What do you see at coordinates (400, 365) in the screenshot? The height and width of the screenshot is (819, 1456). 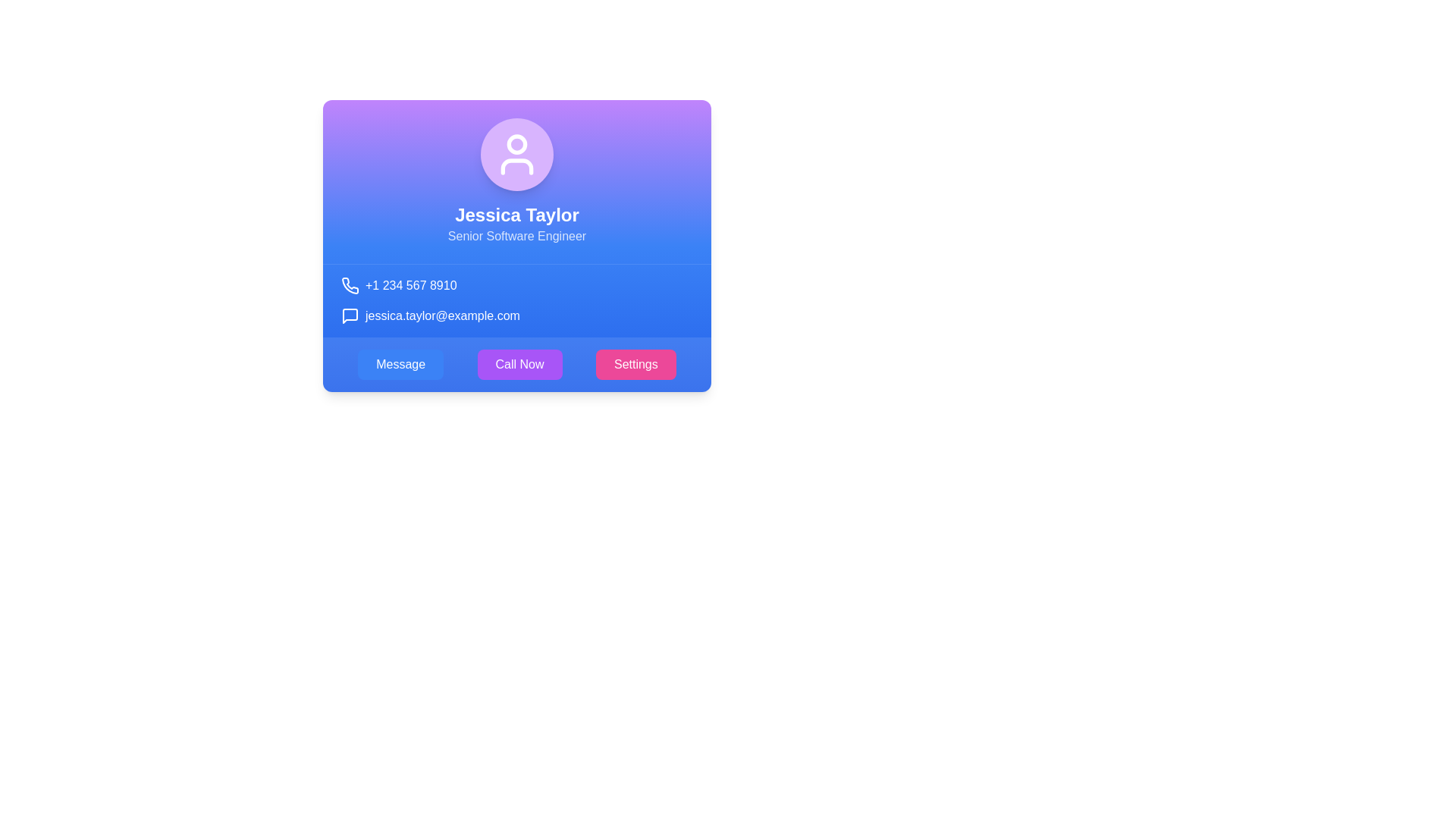 I see `the leftmost button in the row of three buttons at the bottom of the card interface to initiate a messaging interaction` at bounding box center [400, 365].